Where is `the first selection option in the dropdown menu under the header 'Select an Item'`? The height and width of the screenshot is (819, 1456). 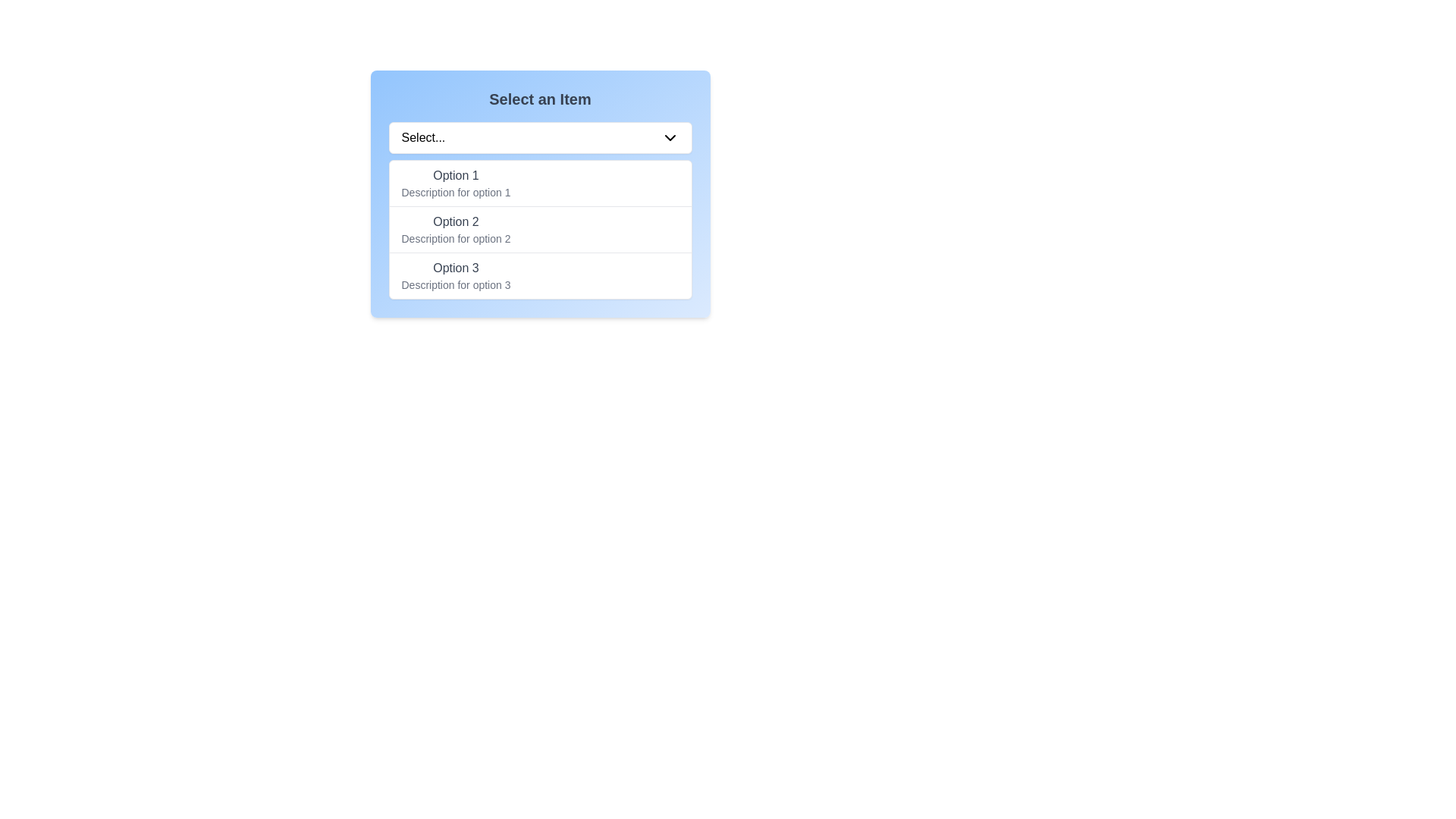
the first selection option in the dropdown menu under the header 'Select an Item' is located at coordinates (455, 183).